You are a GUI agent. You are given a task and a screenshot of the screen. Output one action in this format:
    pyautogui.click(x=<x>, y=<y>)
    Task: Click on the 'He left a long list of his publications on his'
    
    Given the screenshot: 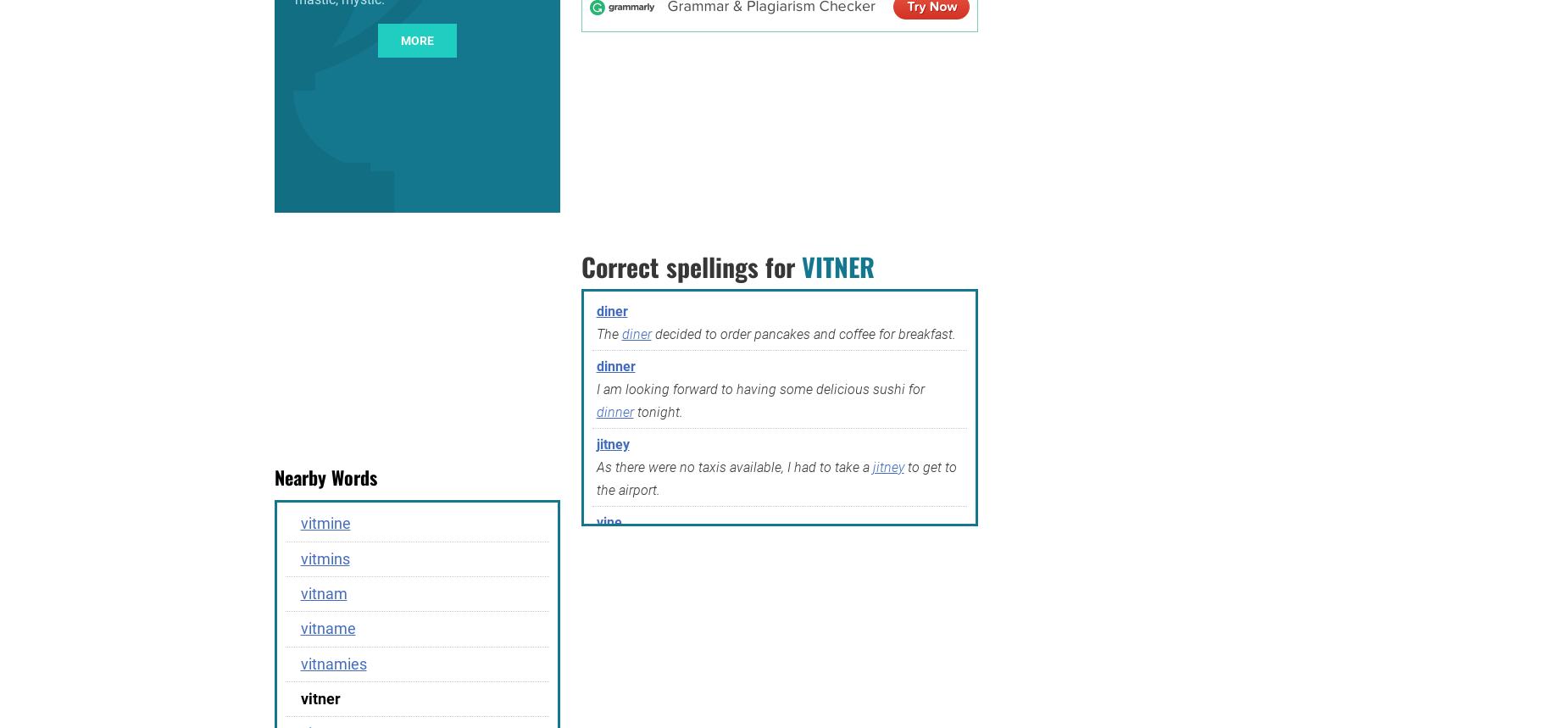 What is the action you would take?
    pyautogui.click(x=723, y=678)
    